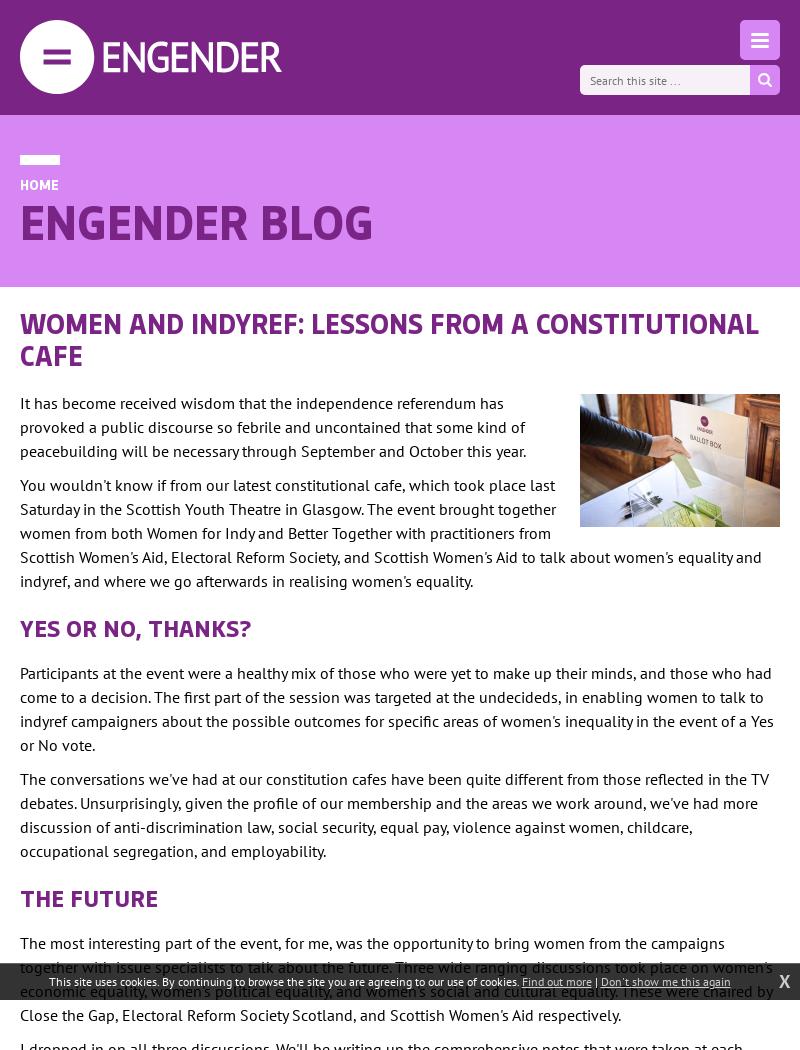 The height and width of the screenshot is (1050, 800). I want to click on 'Women and indyref: lessons from a constitutional cafe', so click(20, 338).